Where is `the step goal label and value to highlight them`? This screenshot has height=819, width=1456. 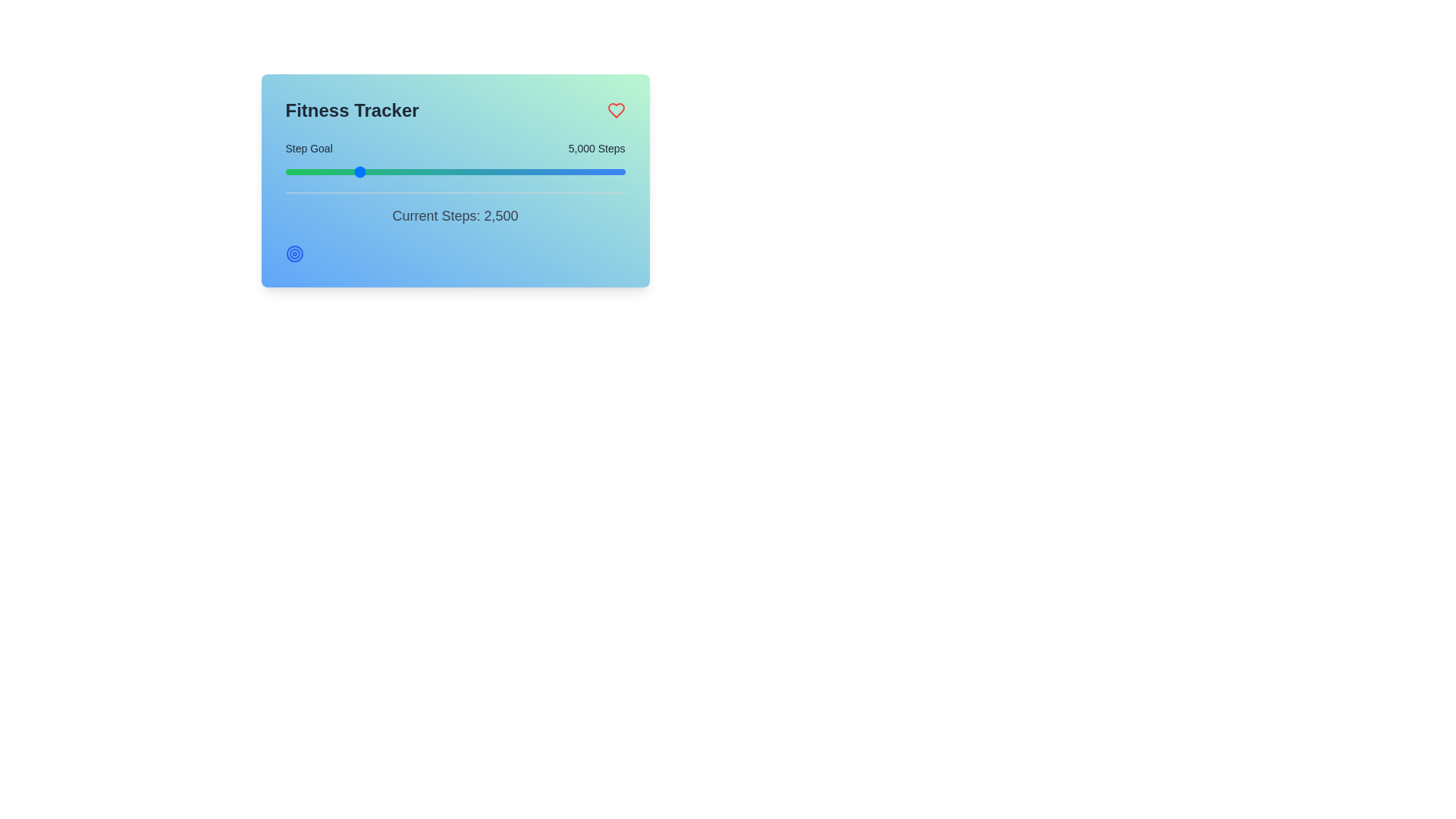 the step goal label and value to highlight them is located at coordinates (308, 149).